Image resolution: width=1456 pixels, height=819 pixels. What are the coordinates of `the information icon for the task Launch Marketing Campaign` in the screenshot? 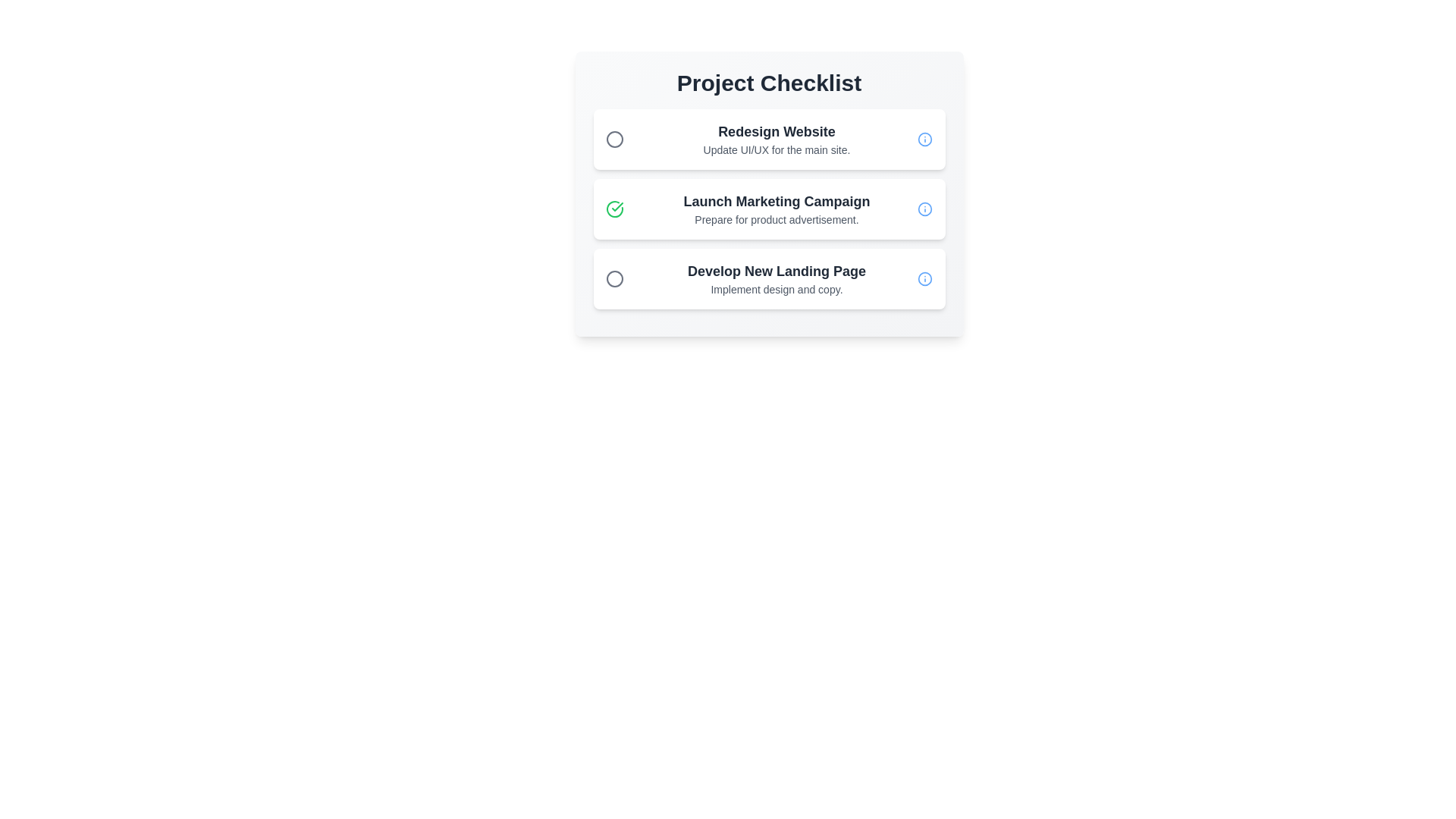 It's located at (924, 209).